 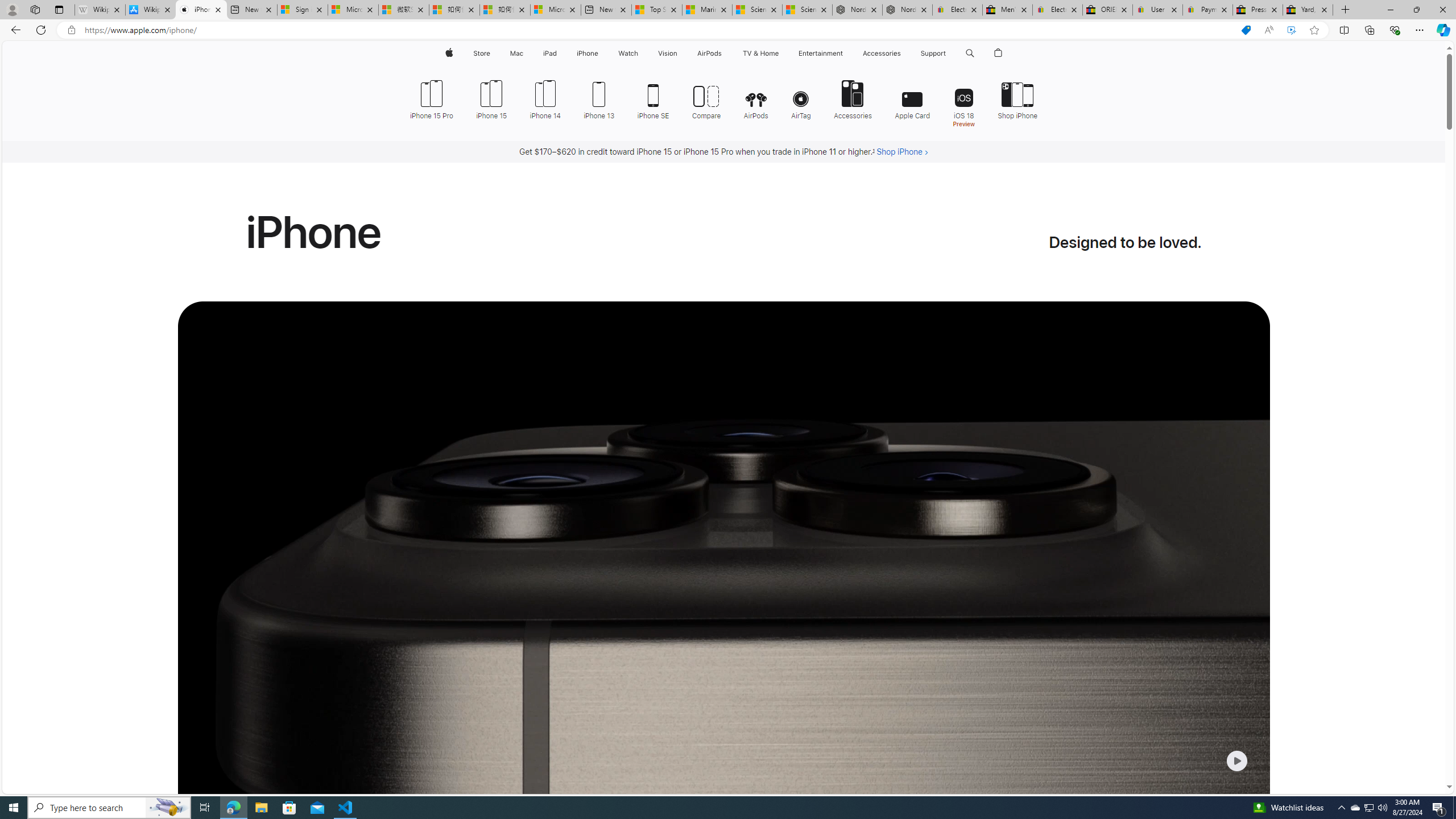 What do you see at coordinates (653, 98) in the screenshot?
I see `'iPhone SE'` at bounding box center [653, 98].